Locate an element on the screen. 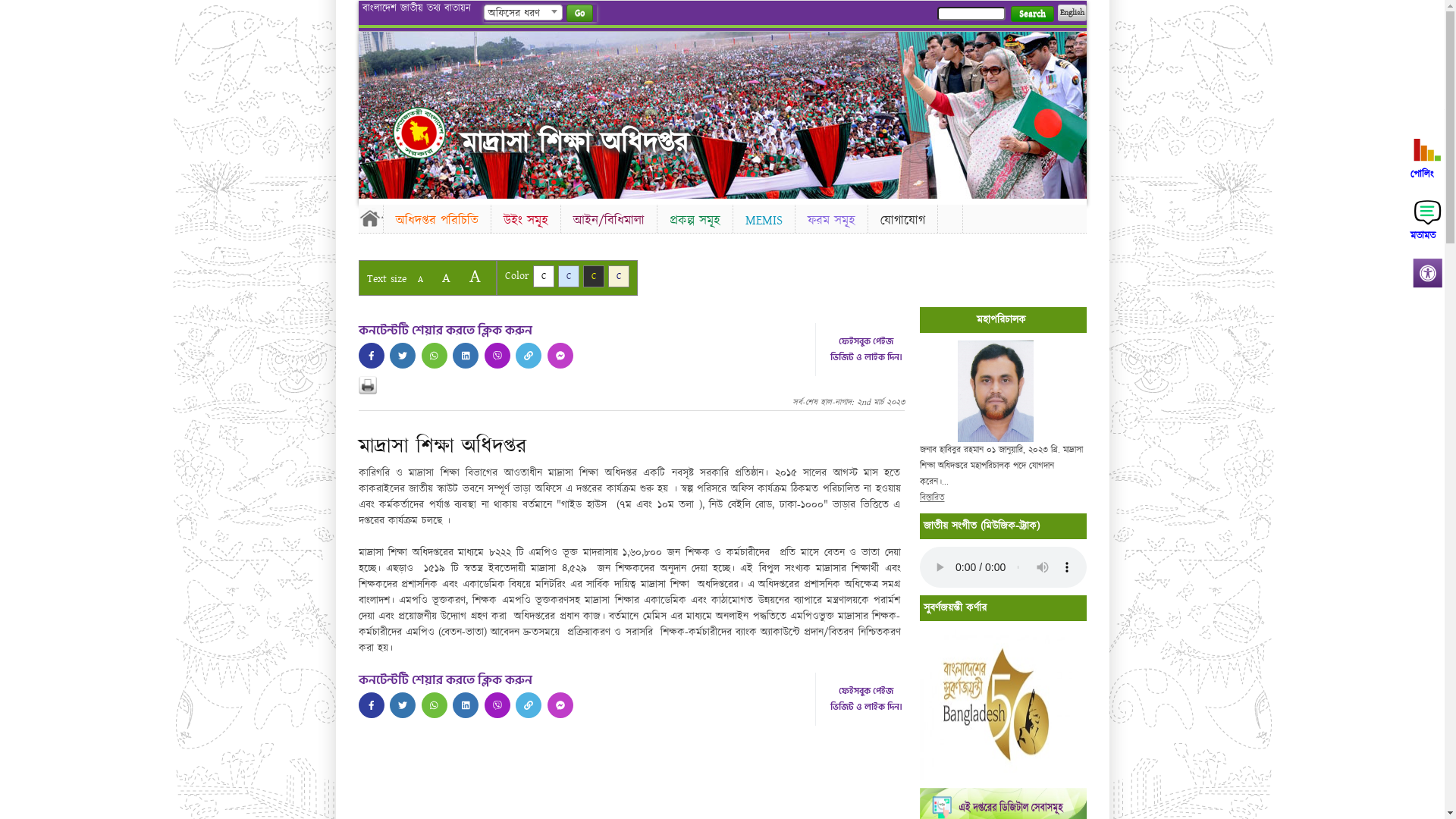  ' is located at coordinates (465, 704).